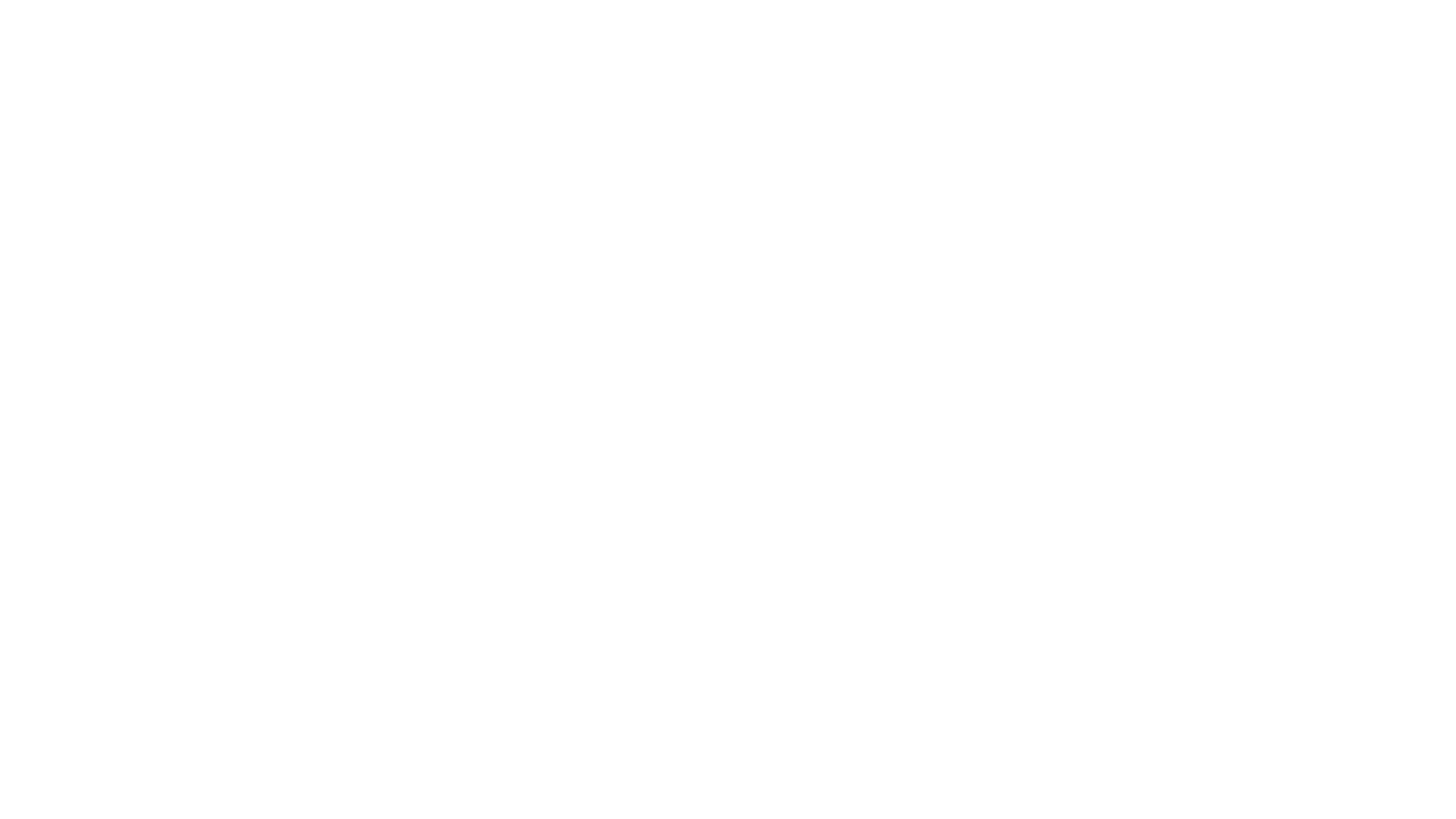 This screenshot has width=1456, height=819. I want to click on Accepter, so click(1189, 792).